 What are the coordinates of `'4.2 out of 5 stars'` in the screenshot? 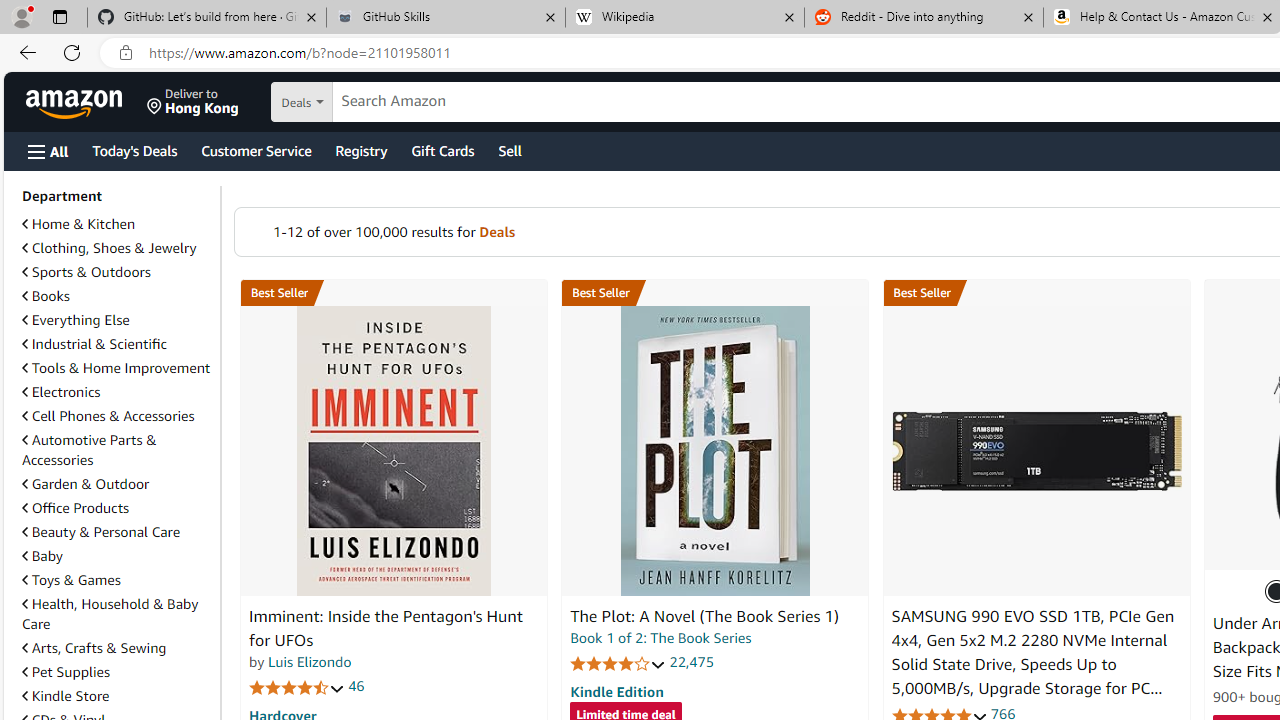 It's located at (617, 663).